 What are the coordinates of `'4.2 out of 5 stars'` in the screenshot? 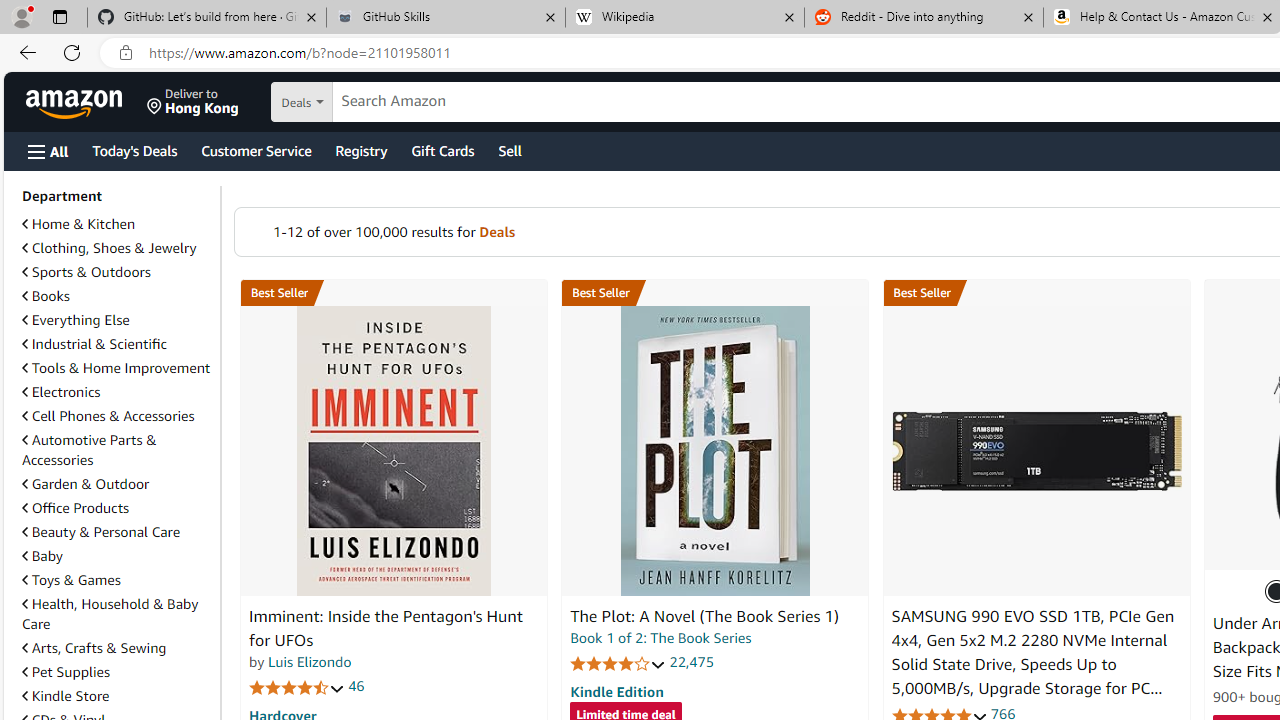 It's located at (617, 663).